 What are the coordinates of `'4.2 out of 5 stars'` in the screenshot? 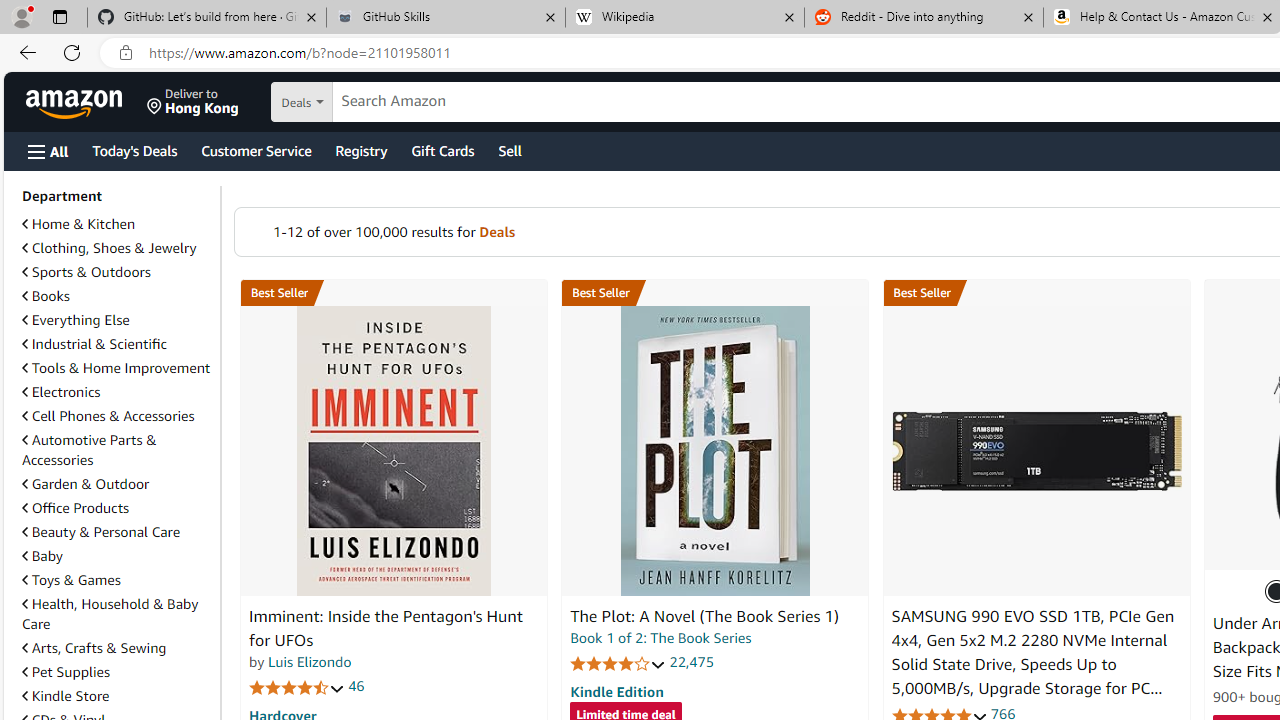 It's located at (617, 663).